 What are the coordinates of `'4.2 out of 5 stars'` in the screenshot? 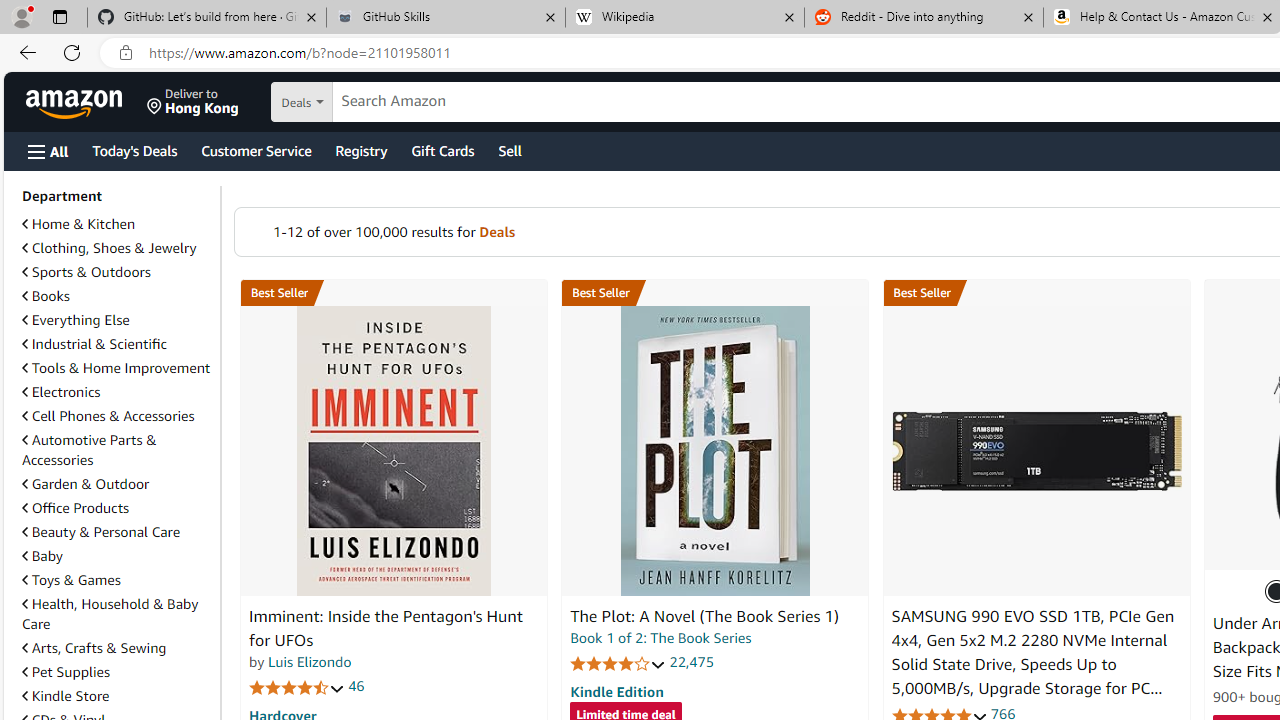 It's located at (617, 663).